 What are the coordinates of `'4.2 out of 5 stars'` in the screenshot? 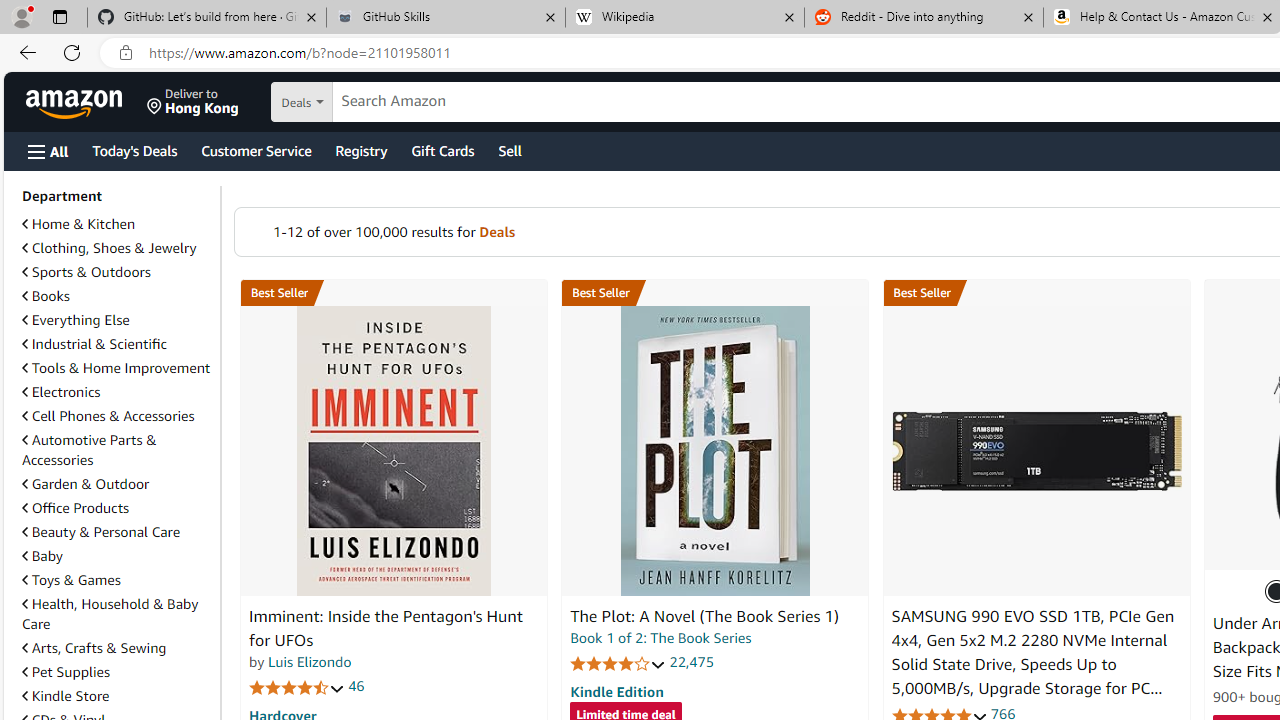 It's located at (617, 663).